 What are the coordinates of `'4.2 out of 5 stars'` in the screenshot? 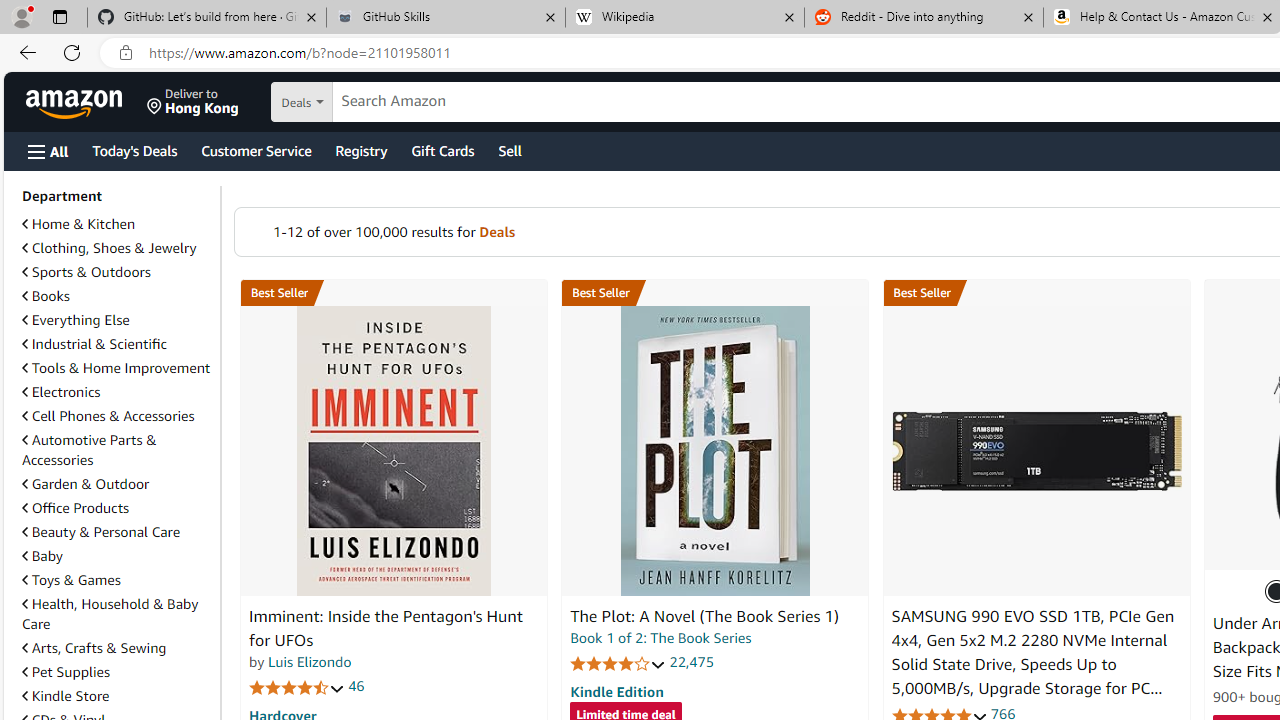 It's located at (617, 663).